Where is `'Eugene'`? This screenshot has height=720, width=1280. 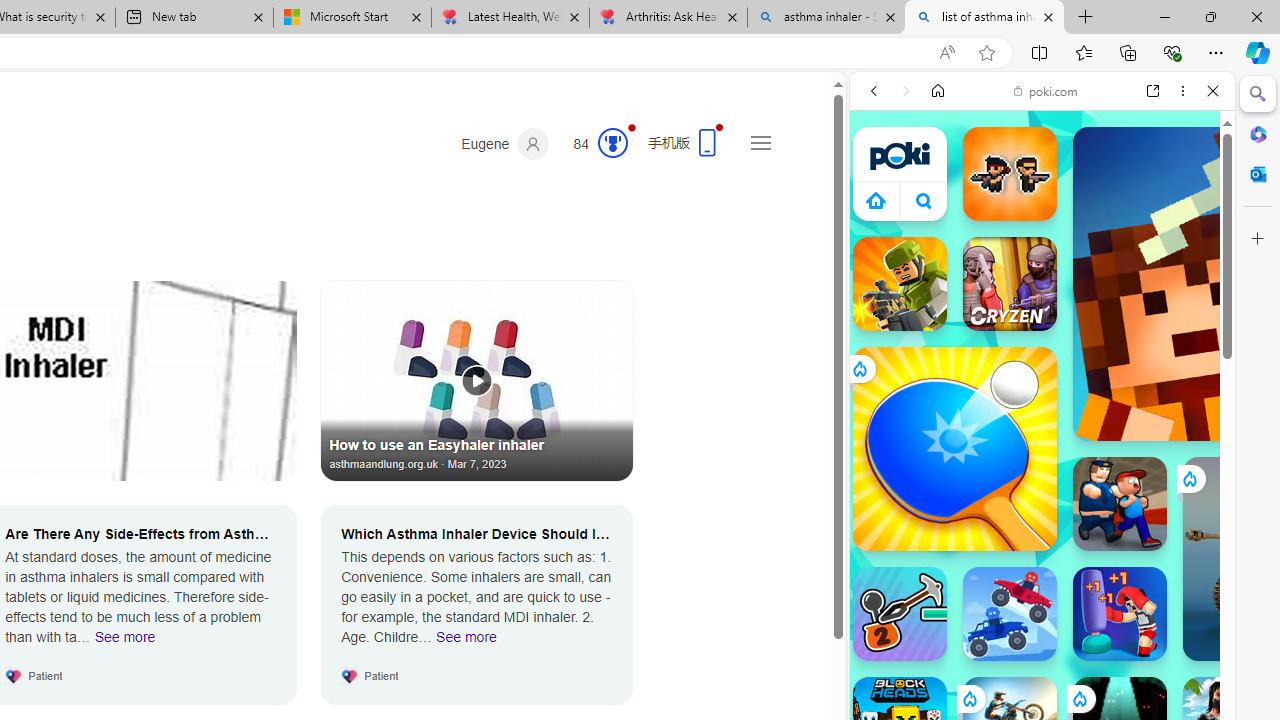
'Eugene' is located at coordinates (505, 143).